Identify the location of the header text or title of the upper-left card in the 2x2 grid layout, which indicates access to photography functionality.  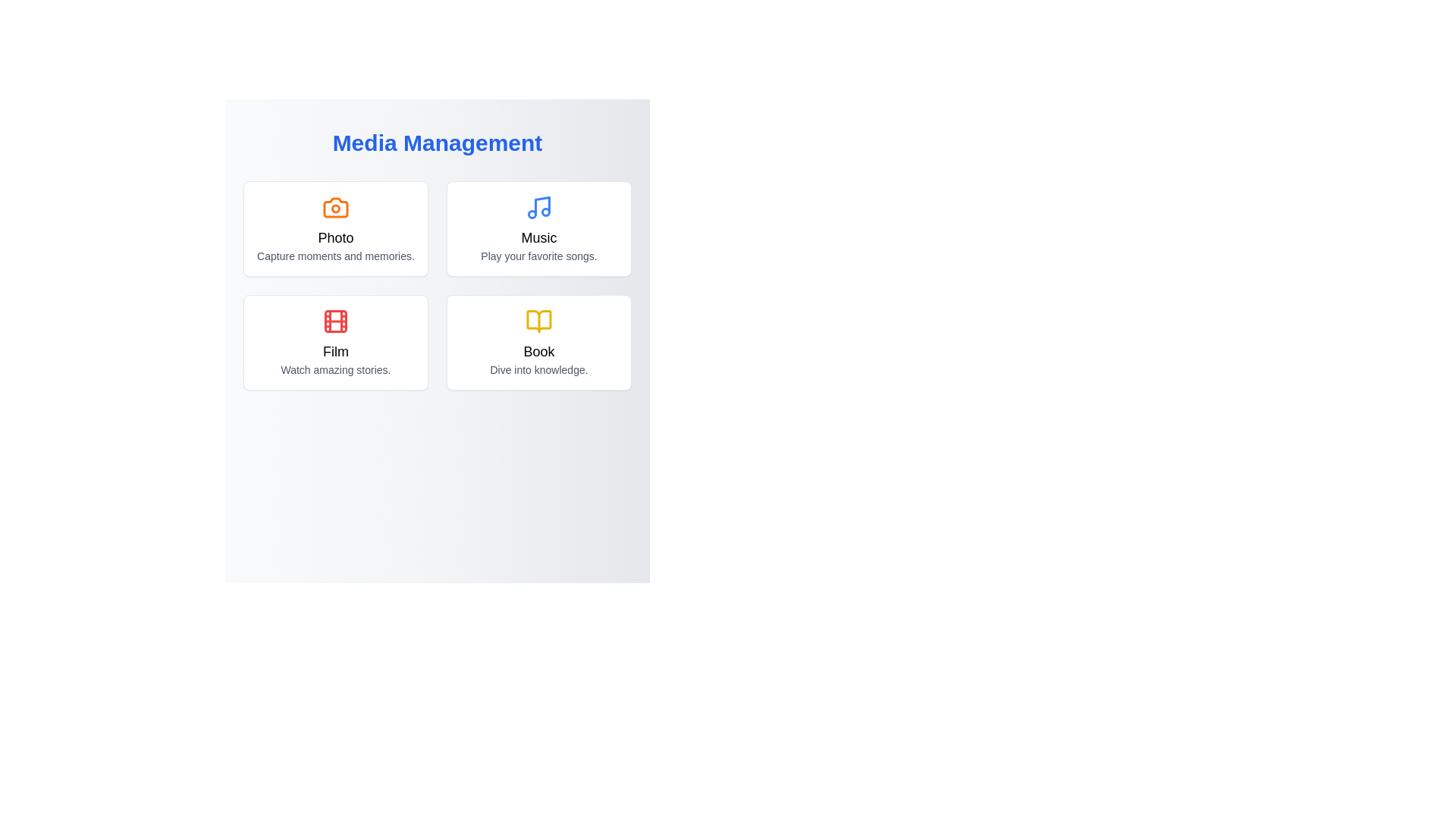
(334, 237).